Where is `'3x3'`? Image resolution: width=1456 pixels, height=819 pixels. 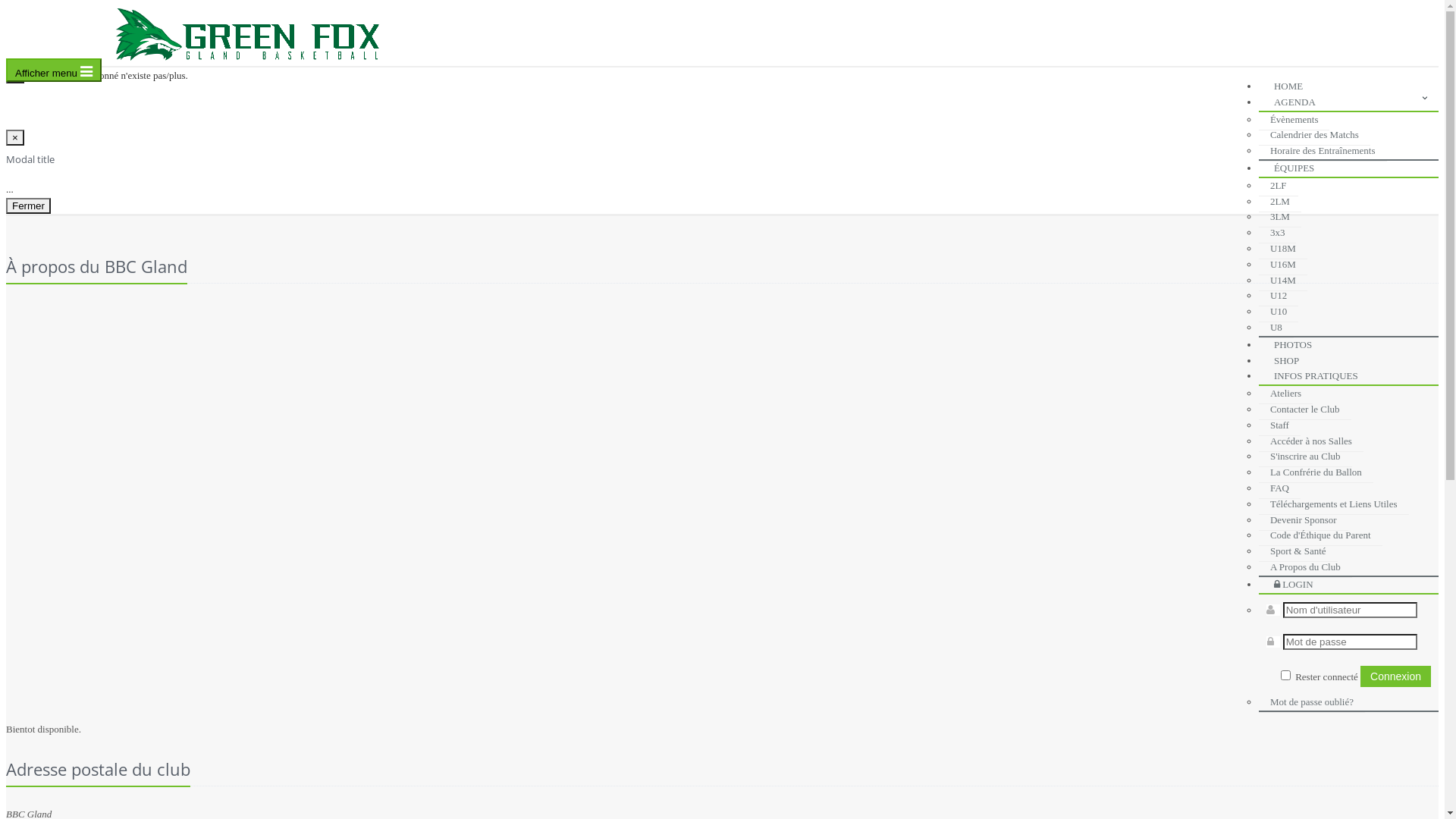 '3x3' is located at coordinates (1276, 233).